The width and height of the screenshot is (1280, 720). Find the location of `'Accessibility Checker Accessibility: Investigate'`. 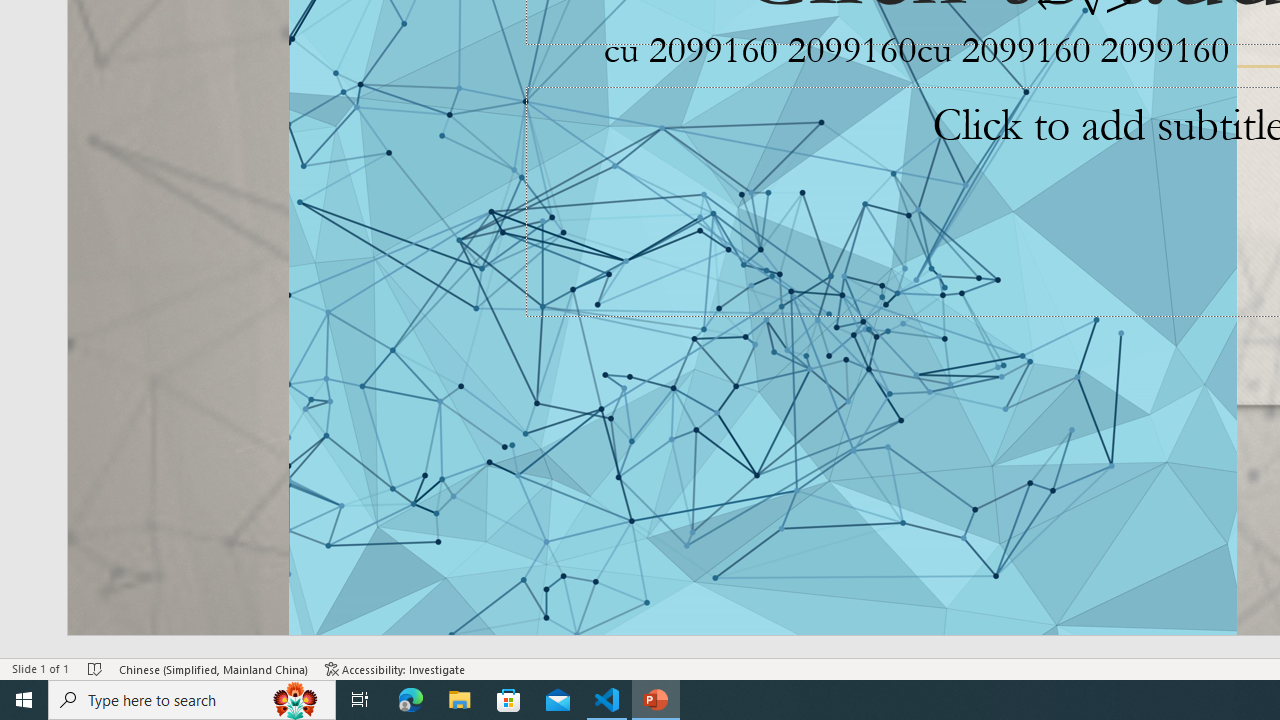

'Accessibility Checker Accessibility: Investigate' is located at coordinates (395, 669).